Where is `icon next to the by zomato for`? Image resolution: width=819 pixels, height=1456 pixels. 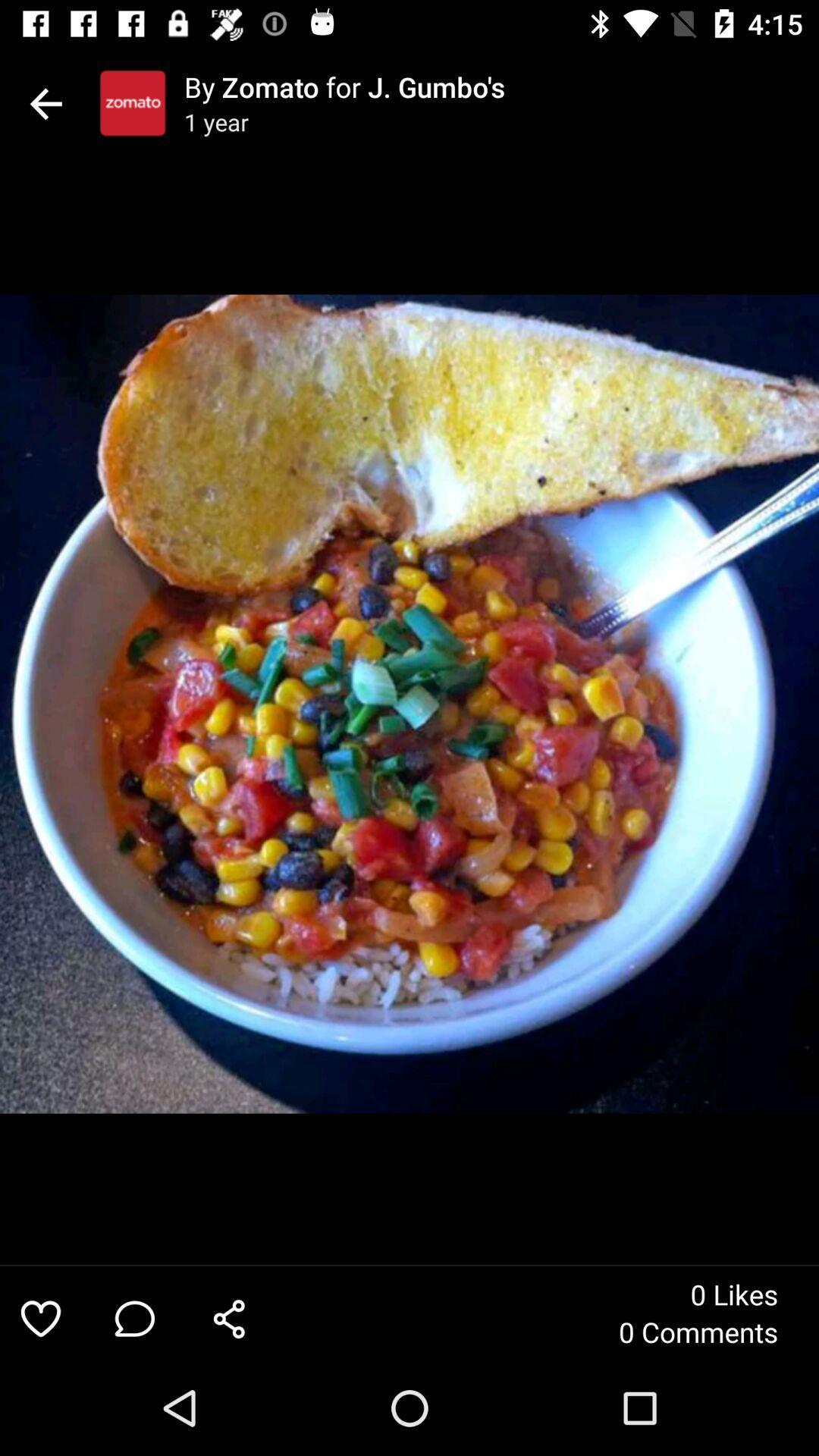
icon next to the by zomato for is located at coordinates (132, 102).